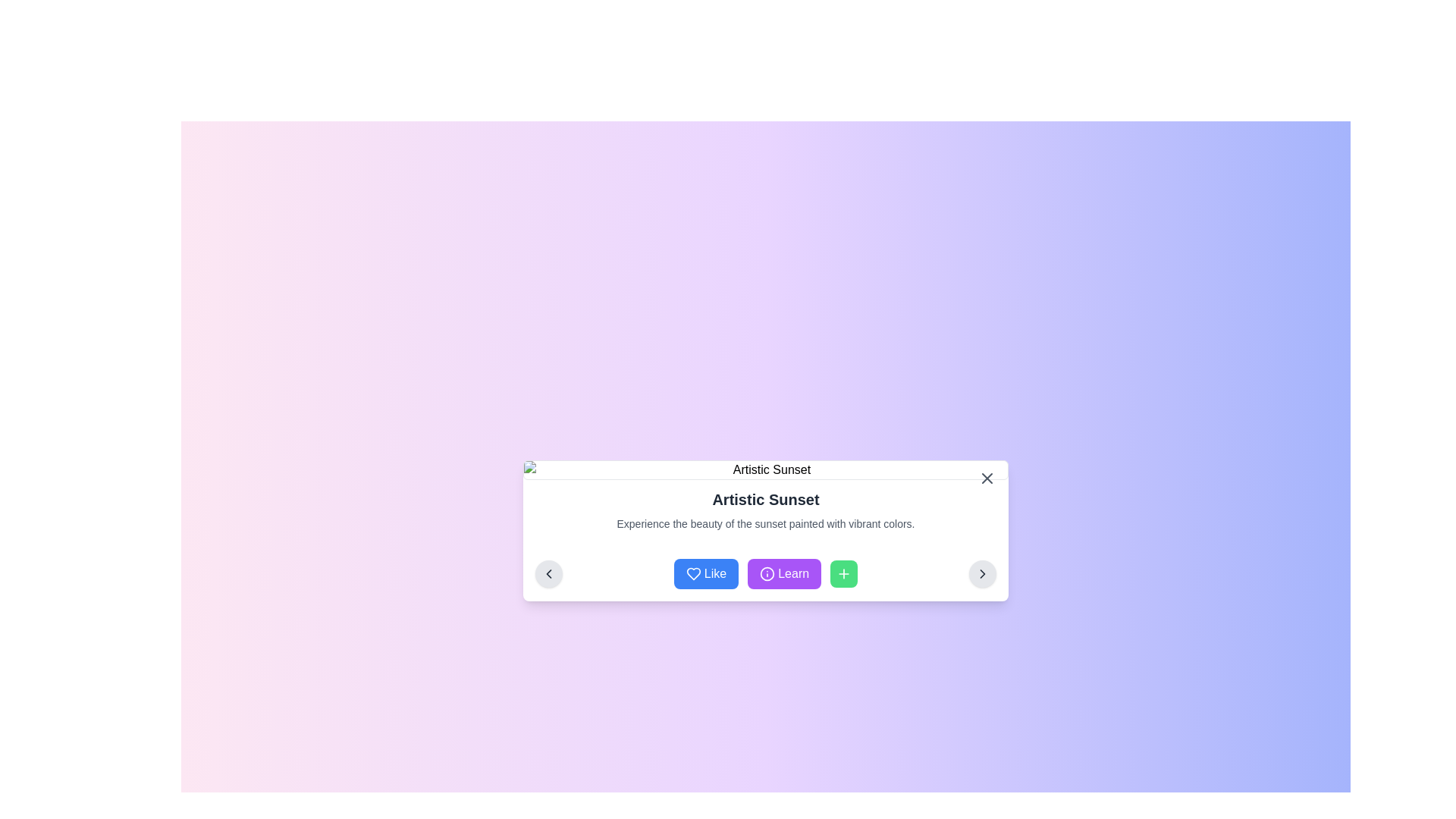  I want to click on the blue 'Like' button which contains a heart-shaped icon, so click(692, 573).